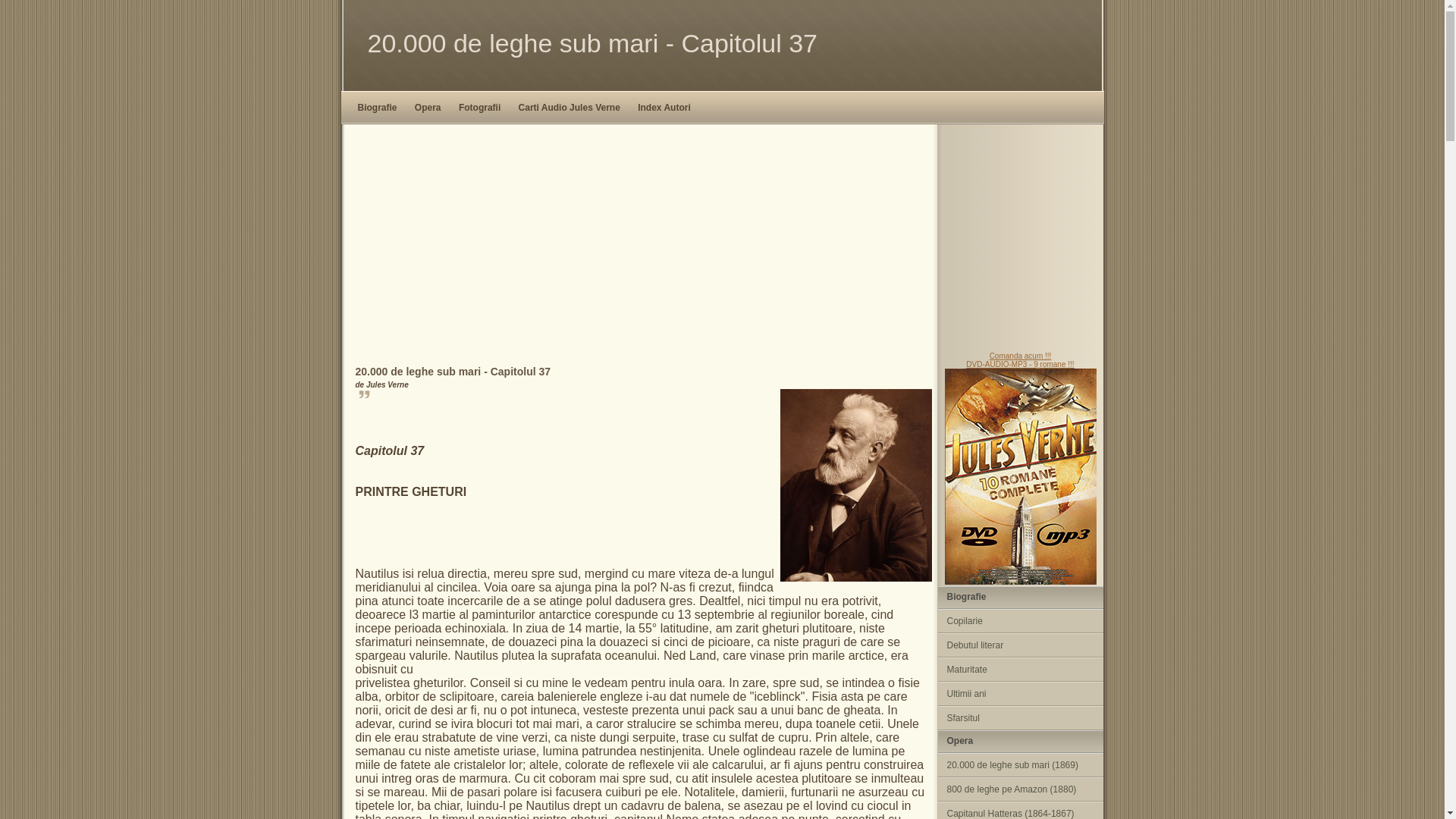 This screenshot has height=819, width=1456. I want to click on 'Ultimii ani', so click(937, 693).